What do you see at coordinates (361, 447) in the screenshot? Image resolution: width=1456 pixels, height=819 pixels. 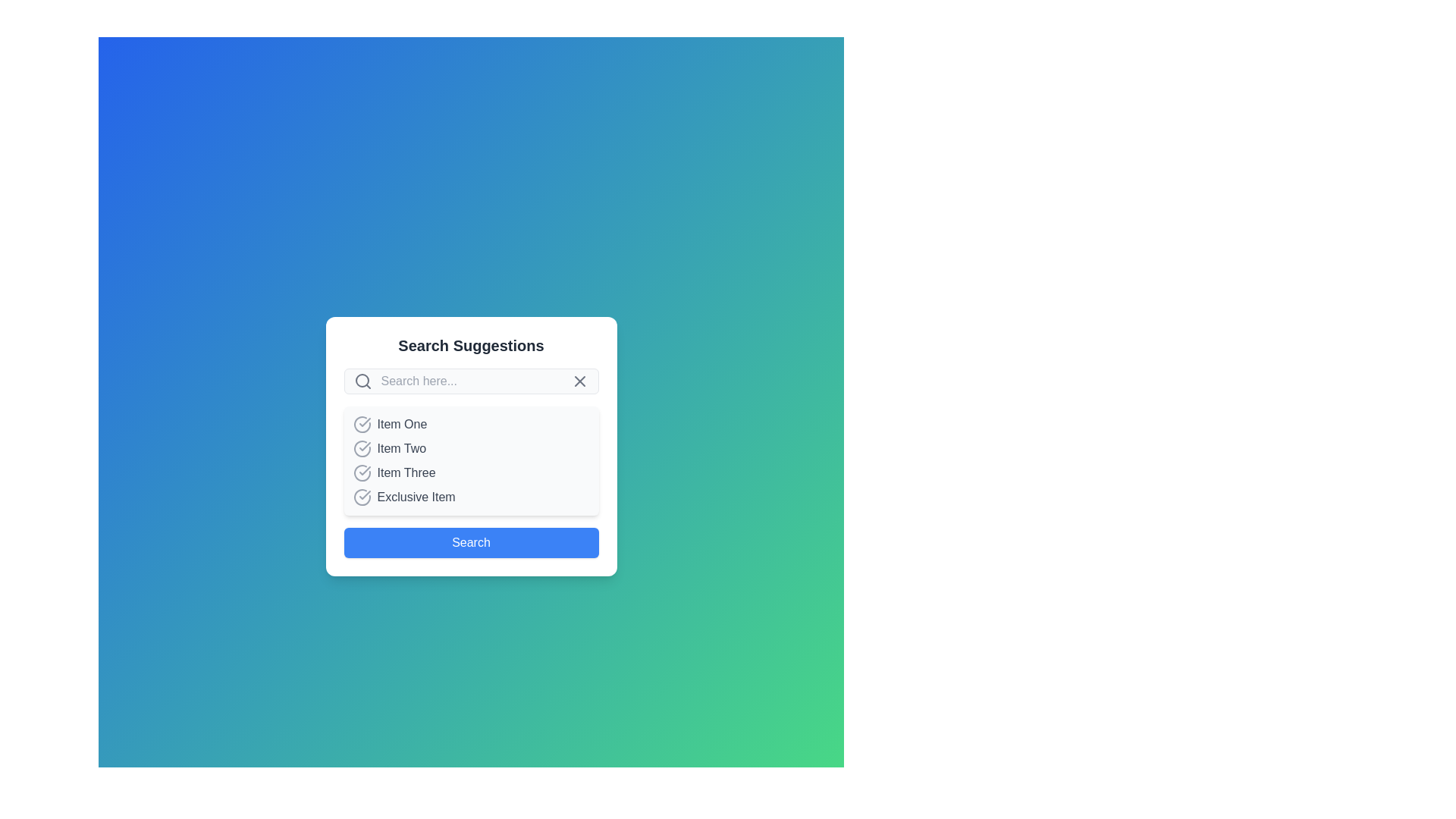 I see `the circular checkbox icon with a check mark inside, located to the left of the text 'Item Two'` at bounding box center [361, 447].